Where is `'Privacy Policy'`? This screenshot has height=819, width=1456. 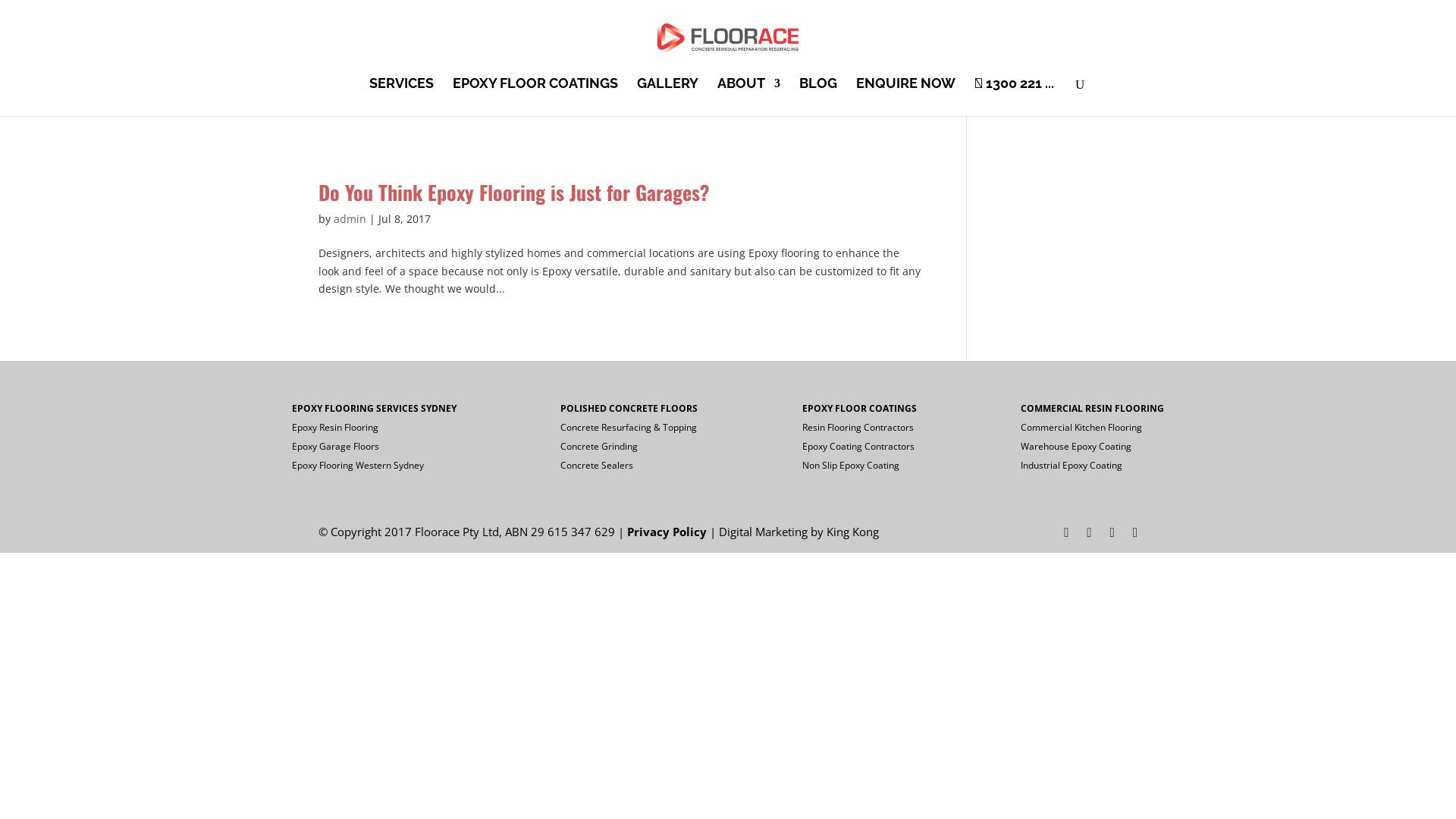 'Privacy Policy' is located at coordinates (667, 531).